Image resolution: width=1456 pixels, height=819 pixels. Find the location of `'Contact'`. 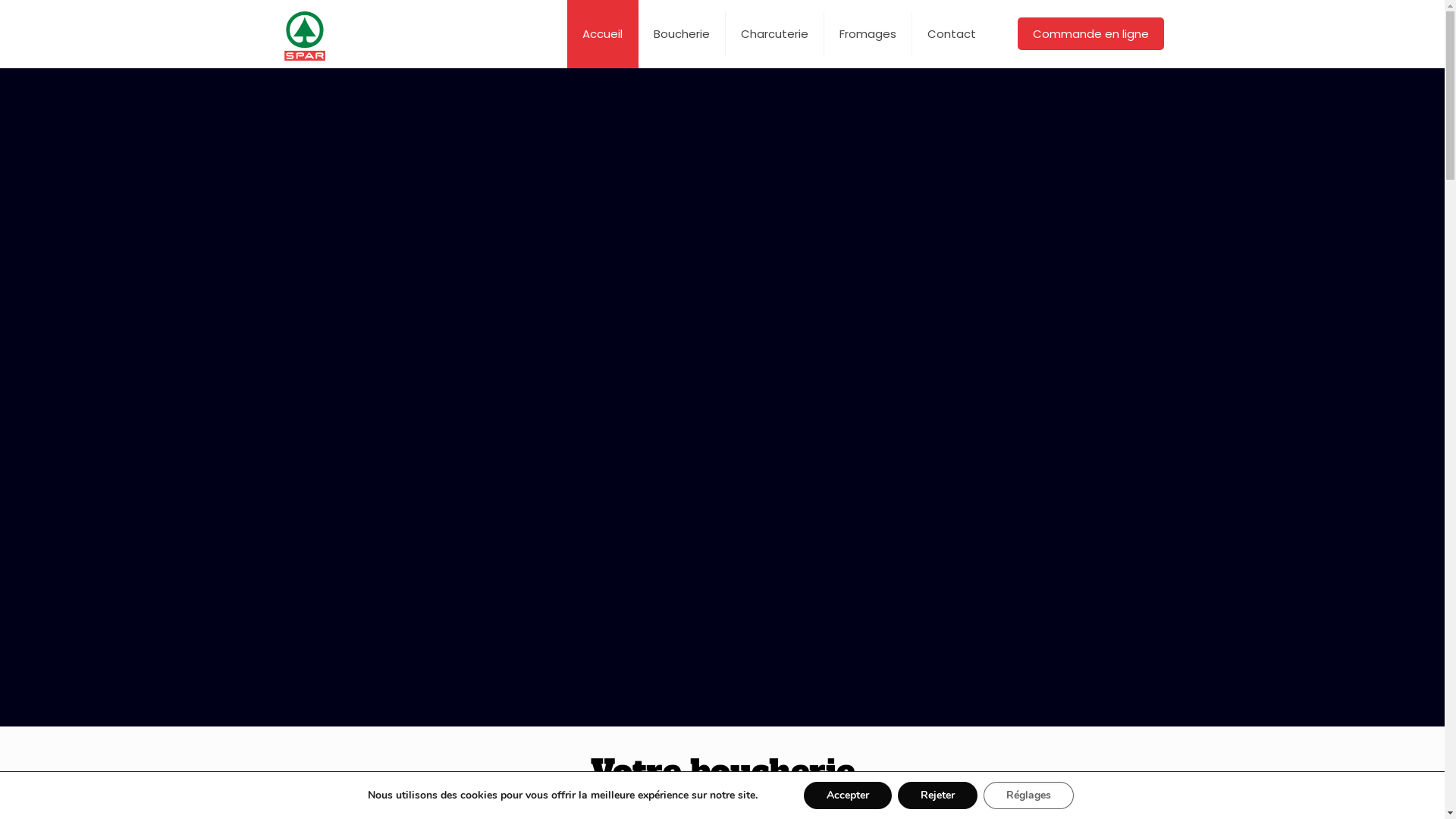

'Contact' is located at coordinates (950, 34).